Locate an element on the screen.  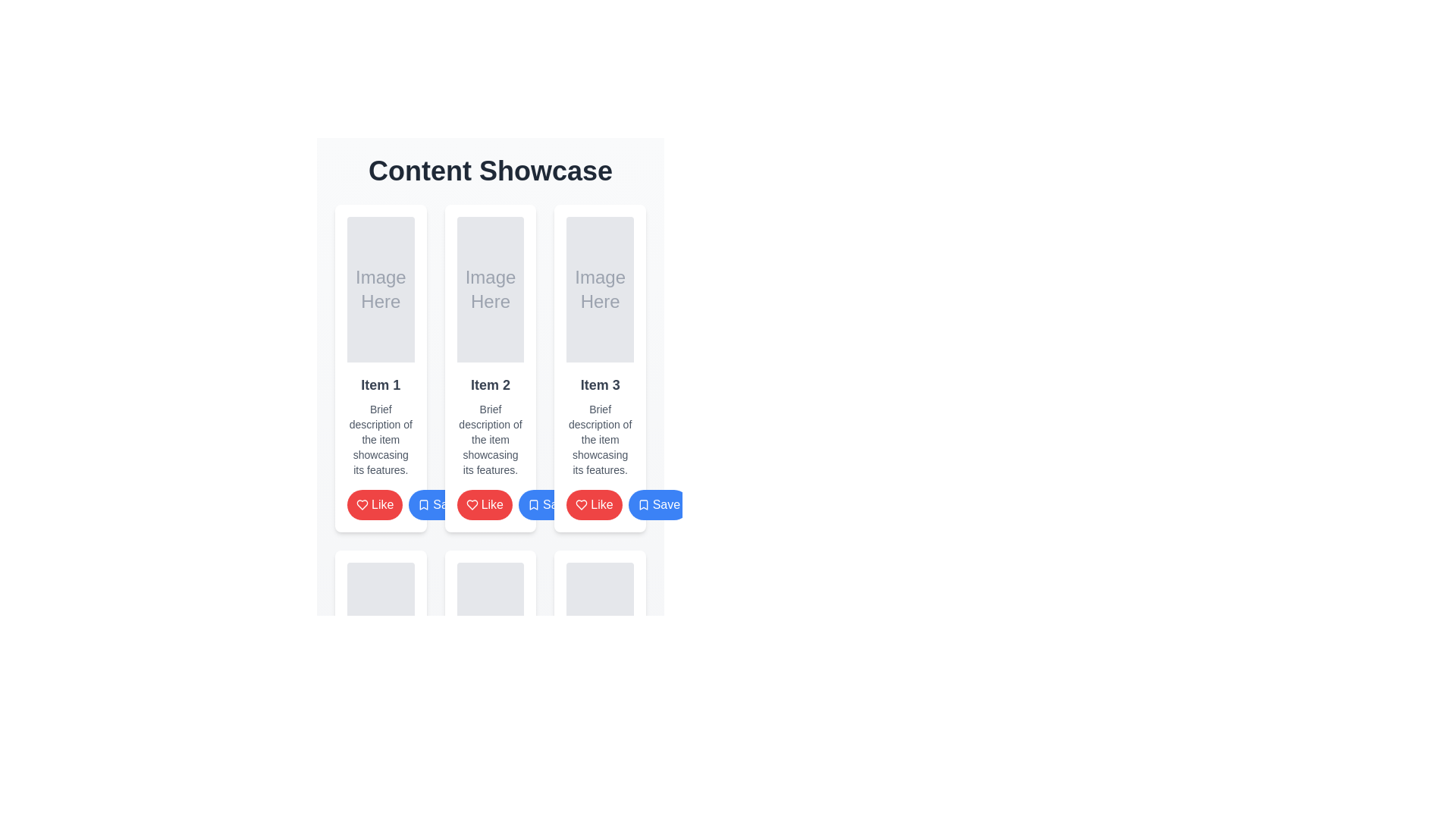
the blue bookmark icon next to the 'Save' label in the button located at the bottom-right of the card labeled 'Item 2' in the second column is located at coordinates (424, 505).